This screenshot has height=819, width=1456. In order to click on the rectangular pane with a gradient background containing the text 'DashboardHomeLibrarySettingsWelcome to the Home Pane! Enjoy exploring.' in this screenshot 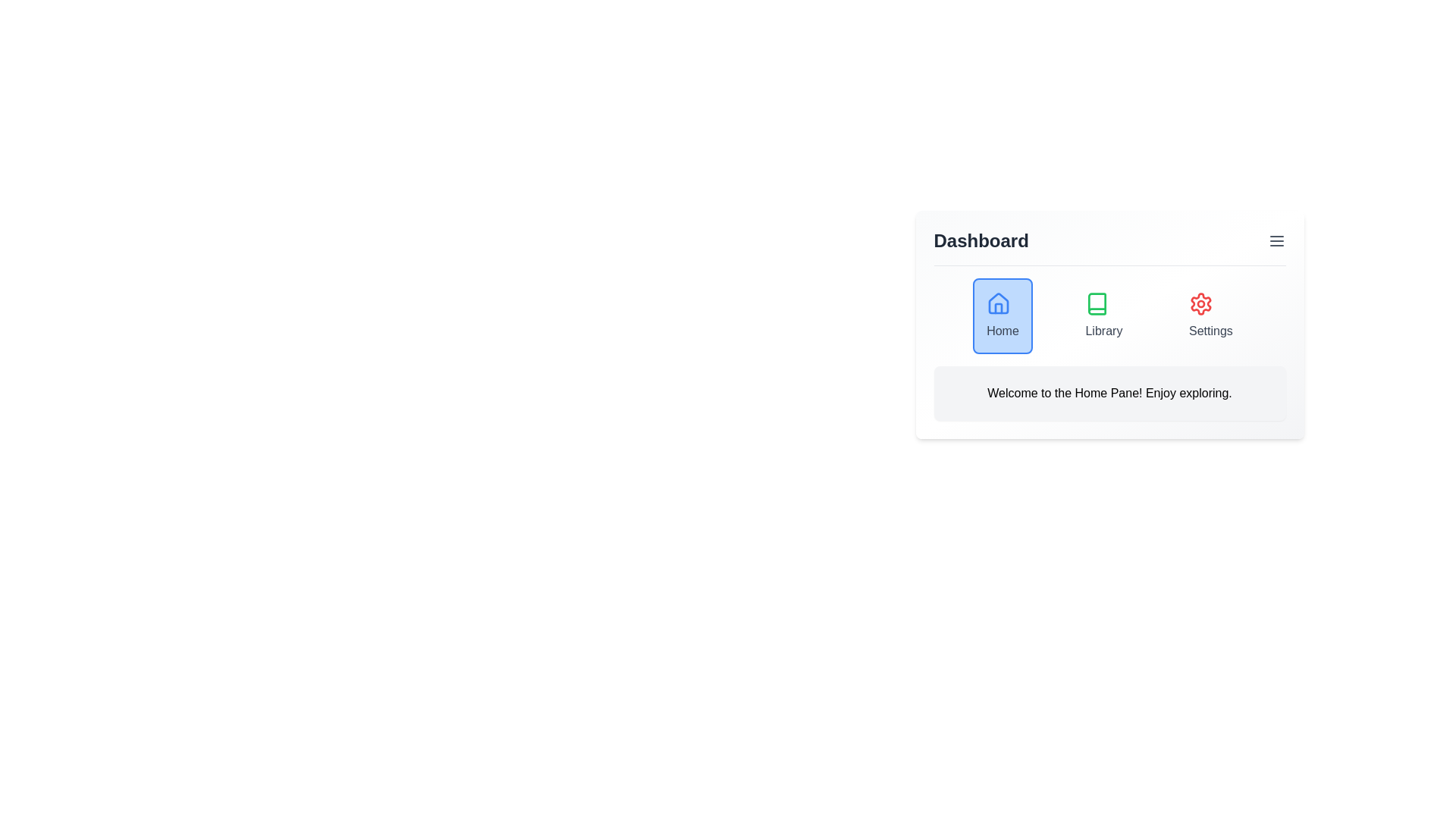, I will do `click(1109, 324)`.